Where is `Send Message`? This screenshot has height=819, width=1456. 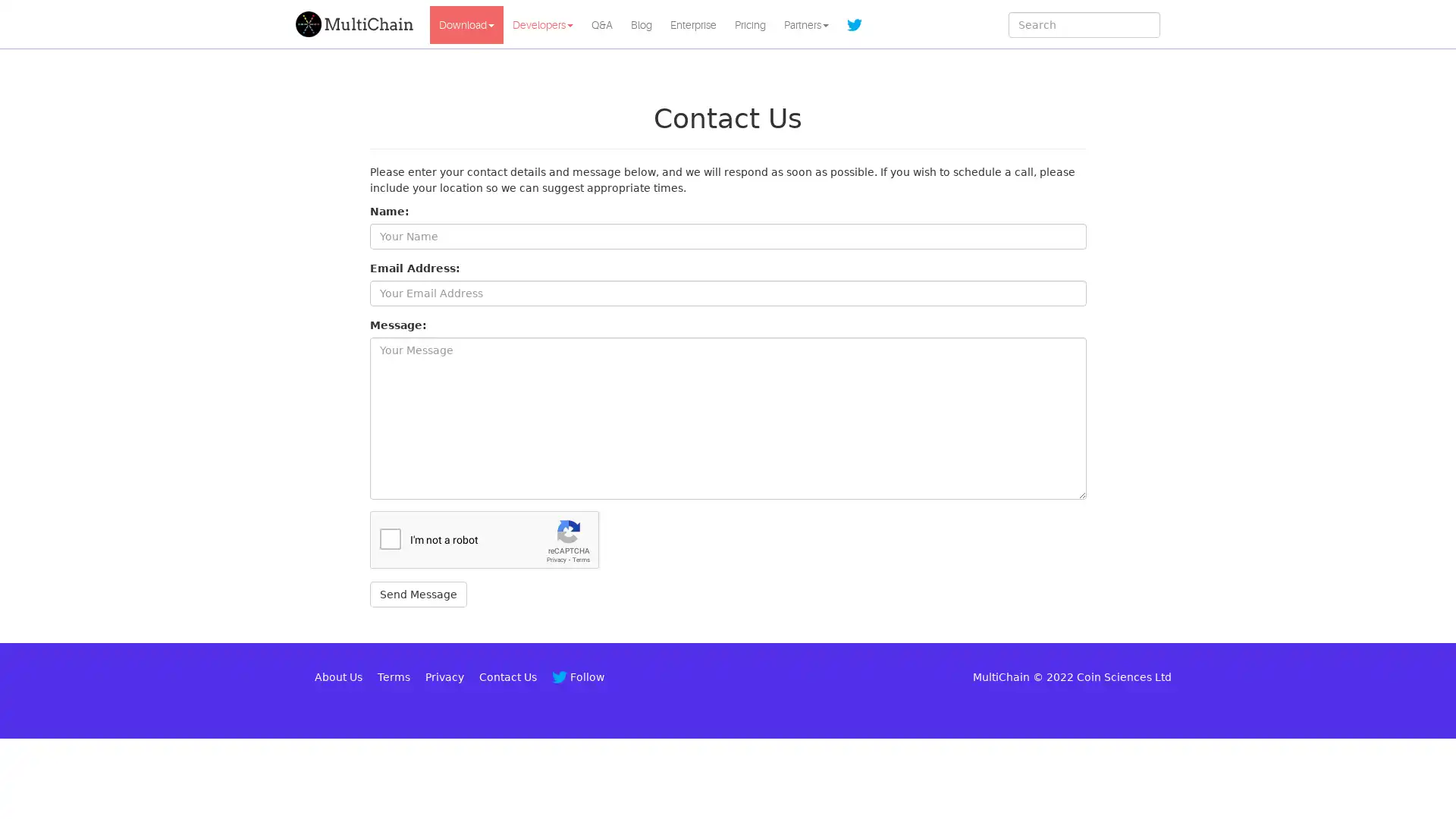
Send Message is located at coordinates (418, 593).